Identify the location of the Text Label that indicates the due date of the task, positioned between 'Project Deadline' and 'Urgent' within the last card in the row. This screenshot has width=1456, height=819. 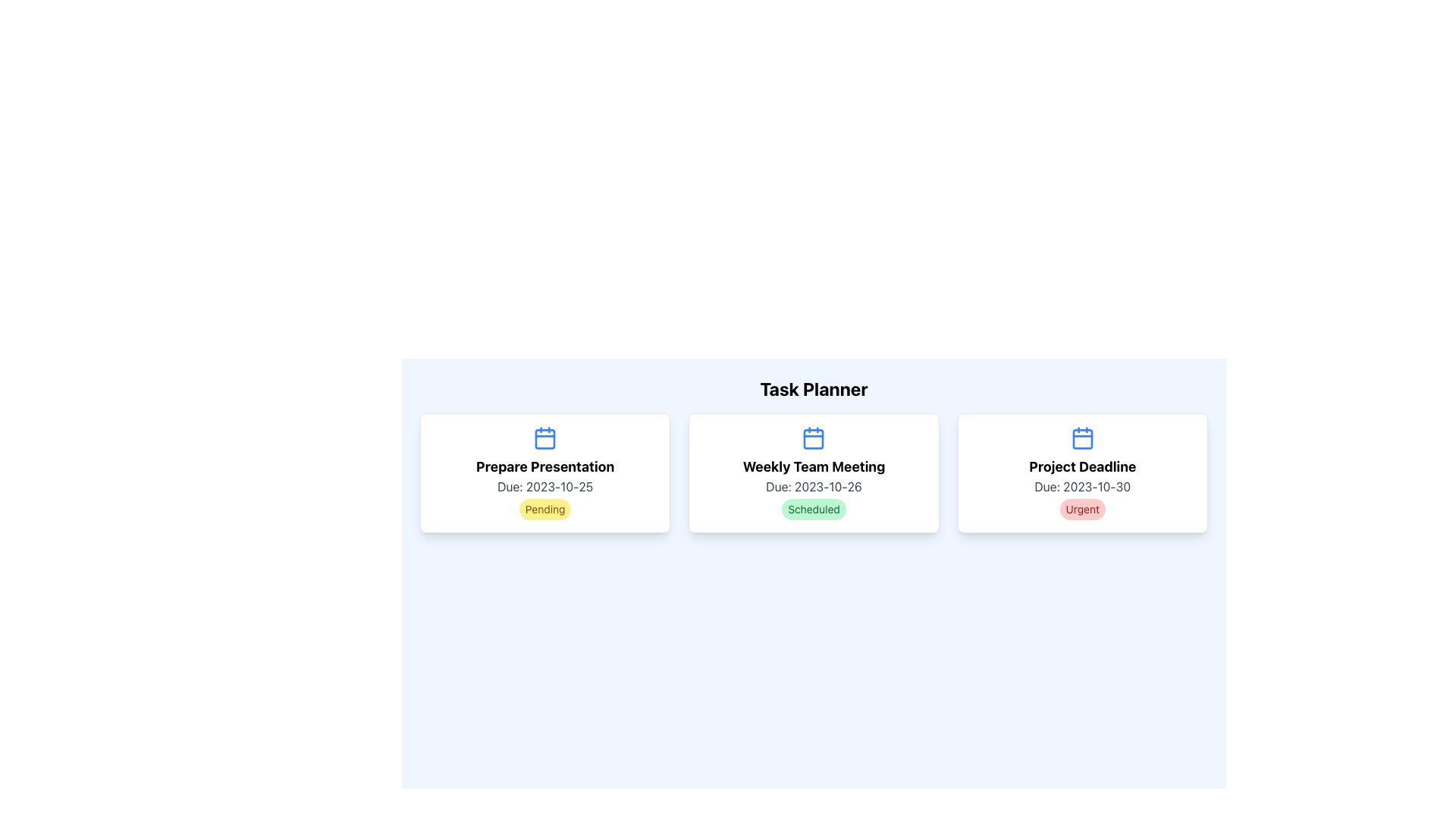
(1081, 486).